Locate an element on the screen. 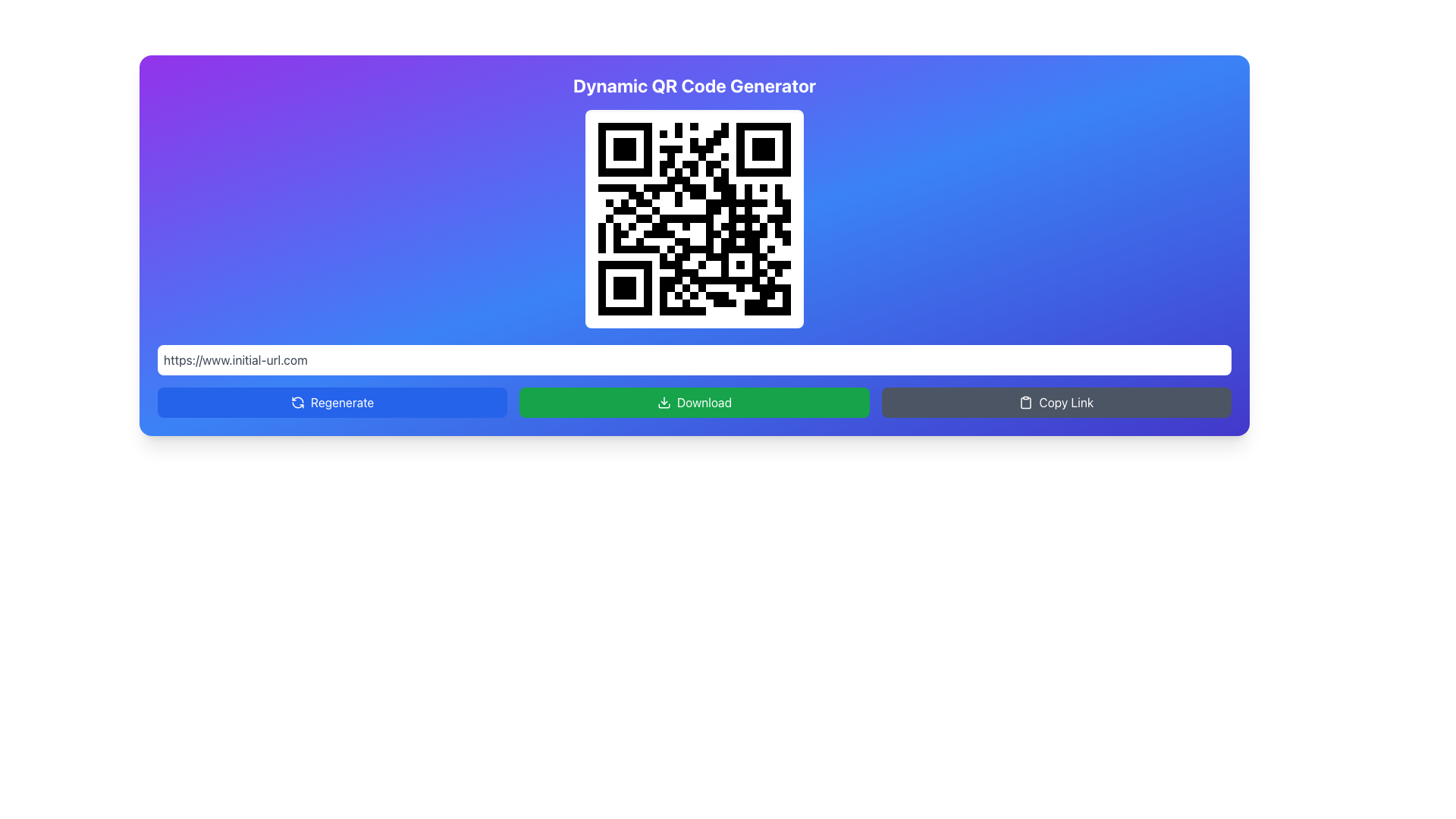 Image resolution: width=1456 pixels, height=819 pixels. the icon located to the left of the 'Copy Link' text in the 'Copy Link' button, which is used to copy linked content is located at coordinates (1026, 402).